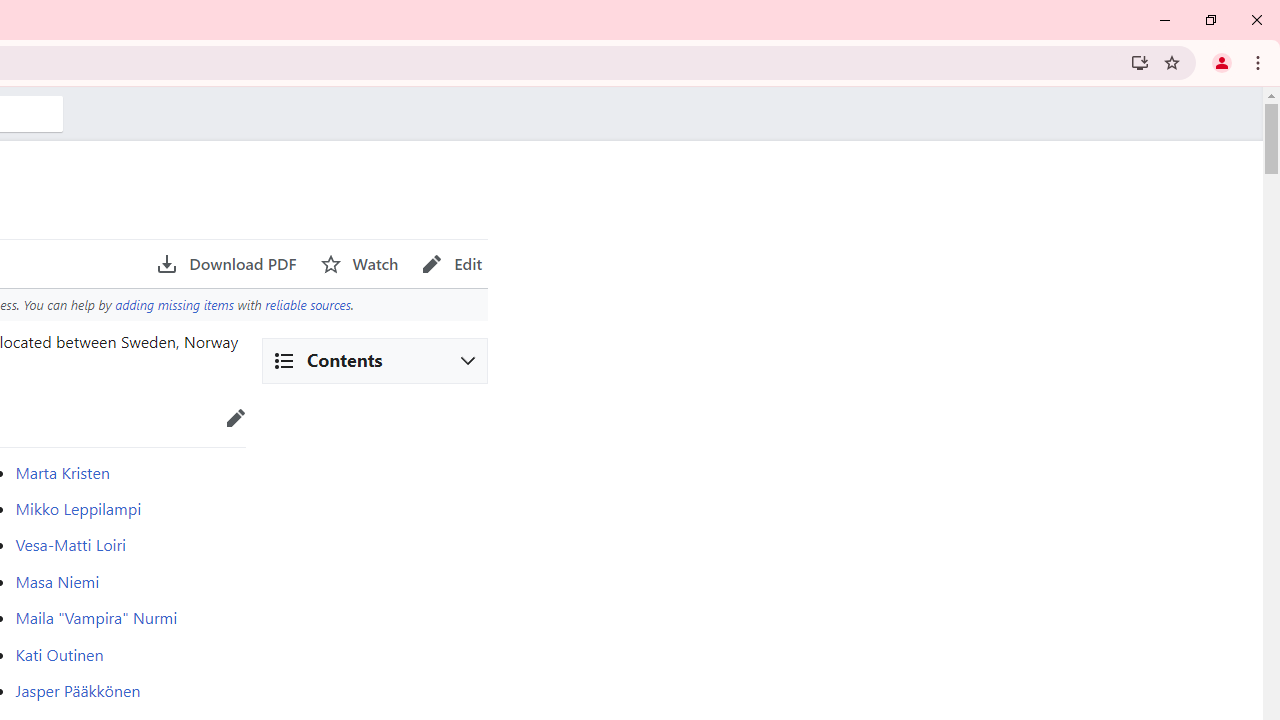  Describe the element at coordinates (359, 263) in the screenshot. I see `'AutomationID: page-actions-watch'` at that location.